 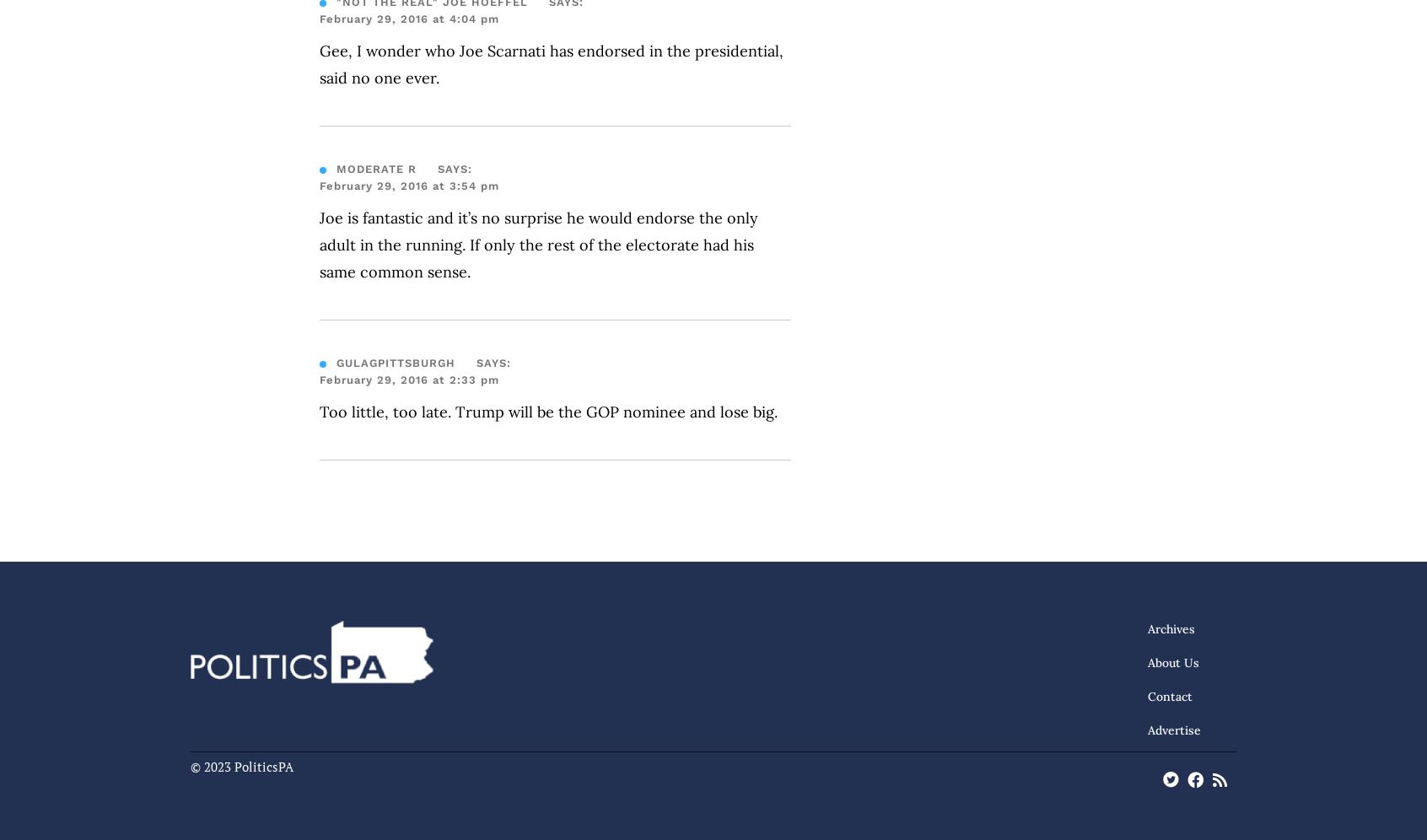 I want to click on 'February 29, 2016 at 4:04 pm', so click(x=320, y=19).